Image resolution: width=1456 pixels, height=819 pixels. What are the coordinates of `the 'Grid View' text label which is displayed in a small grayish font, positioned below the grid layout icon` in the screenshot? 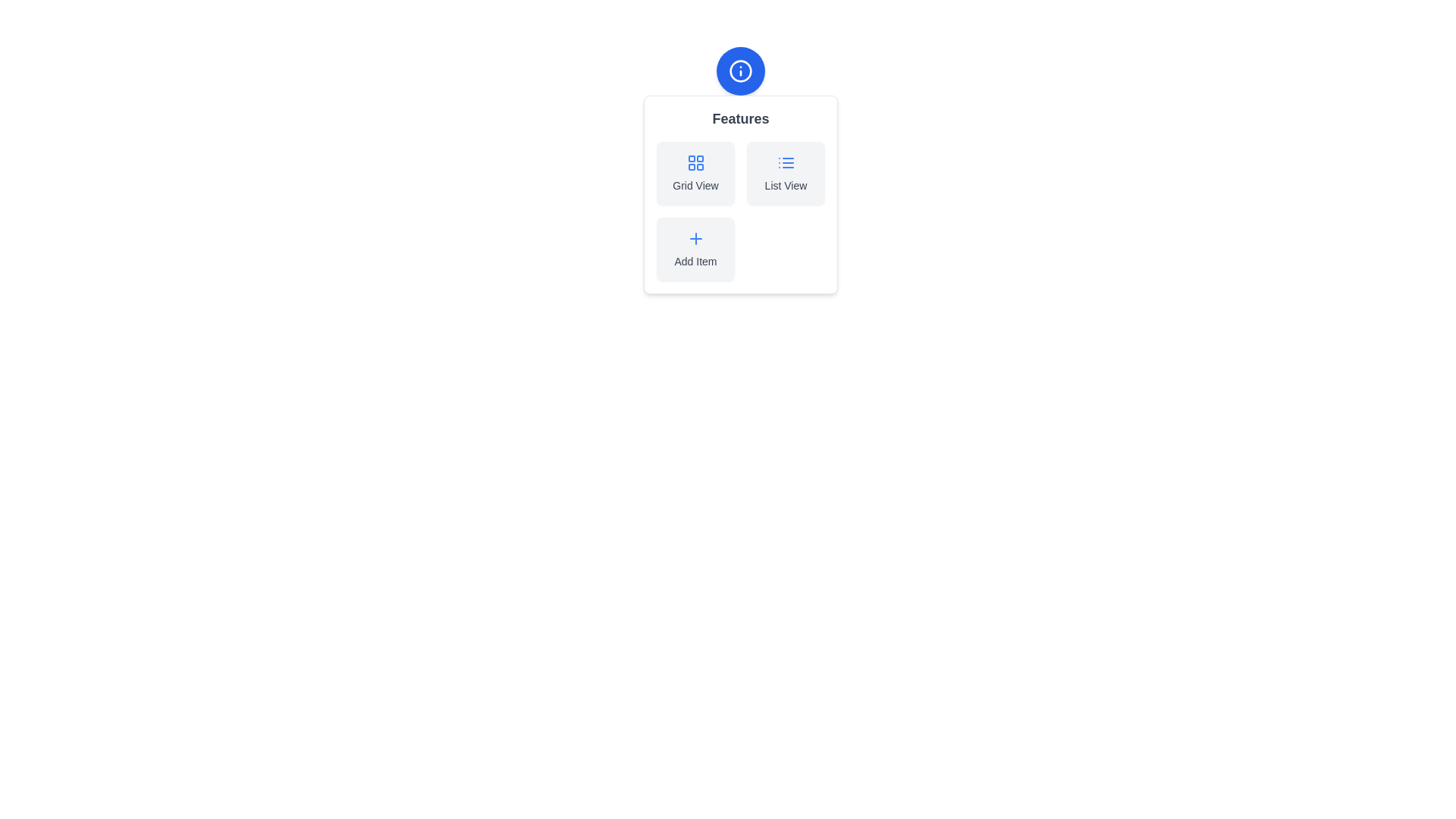 It's located at (695, 185).